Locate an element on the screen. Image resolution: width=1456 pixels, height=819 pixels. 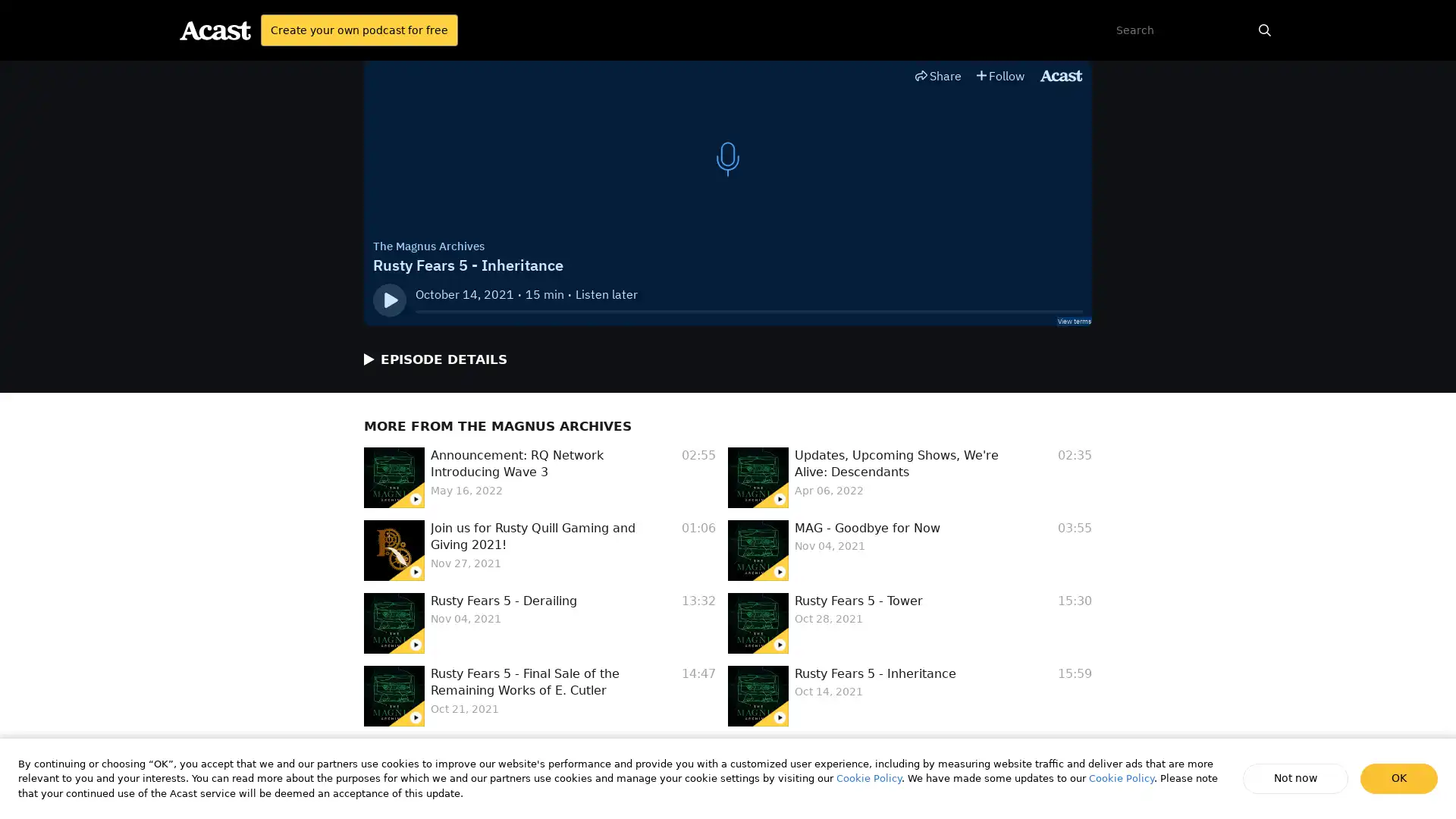
EPISODE DETAILS is located at coordinates (427, 359).